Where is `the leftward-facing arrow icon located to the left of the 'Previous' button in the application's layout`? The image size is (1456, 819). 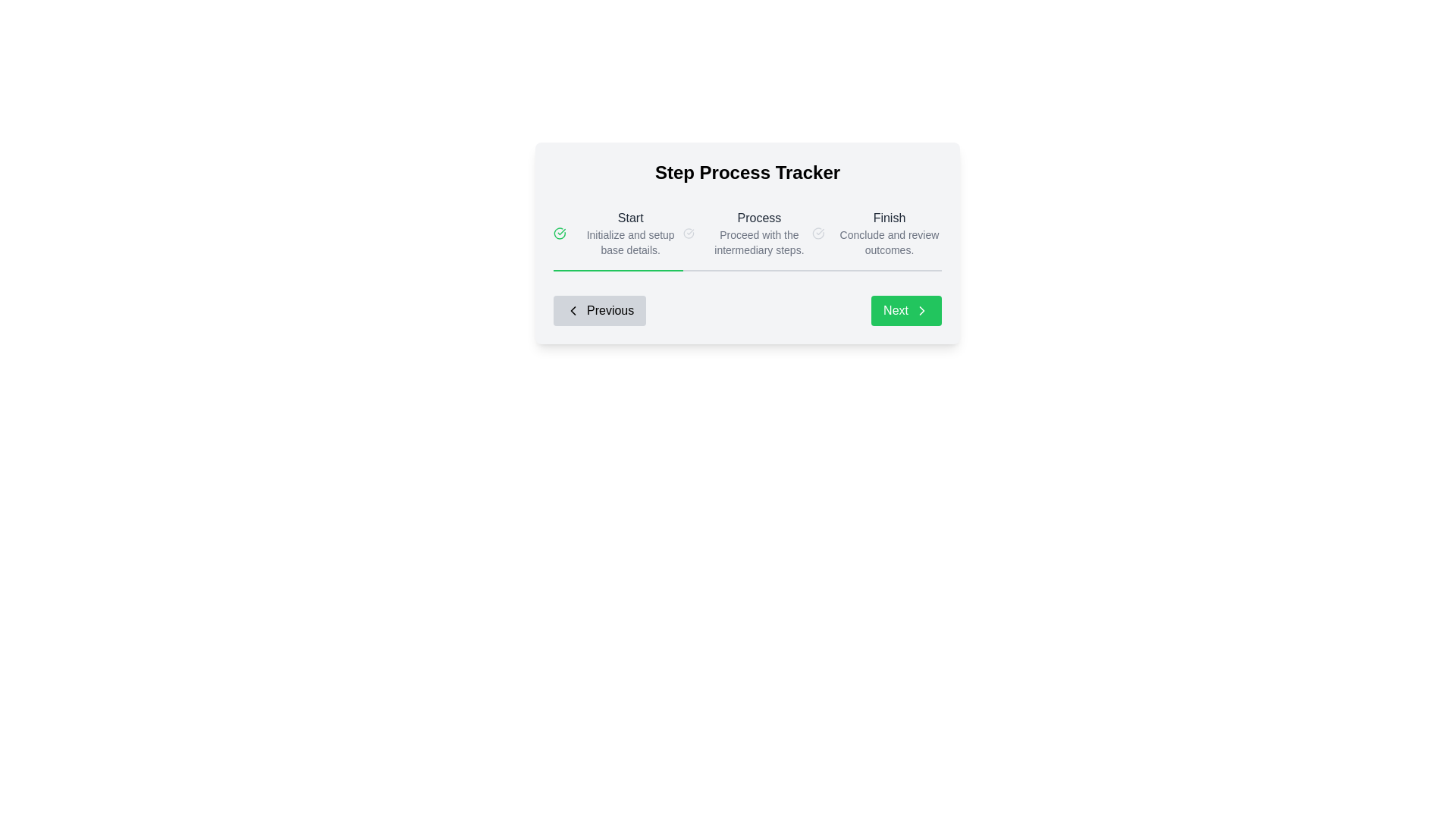
the leftward-facing arrow icon located to the left of the 'Previous' button in the application's layout is located at coordinates (572, 309).